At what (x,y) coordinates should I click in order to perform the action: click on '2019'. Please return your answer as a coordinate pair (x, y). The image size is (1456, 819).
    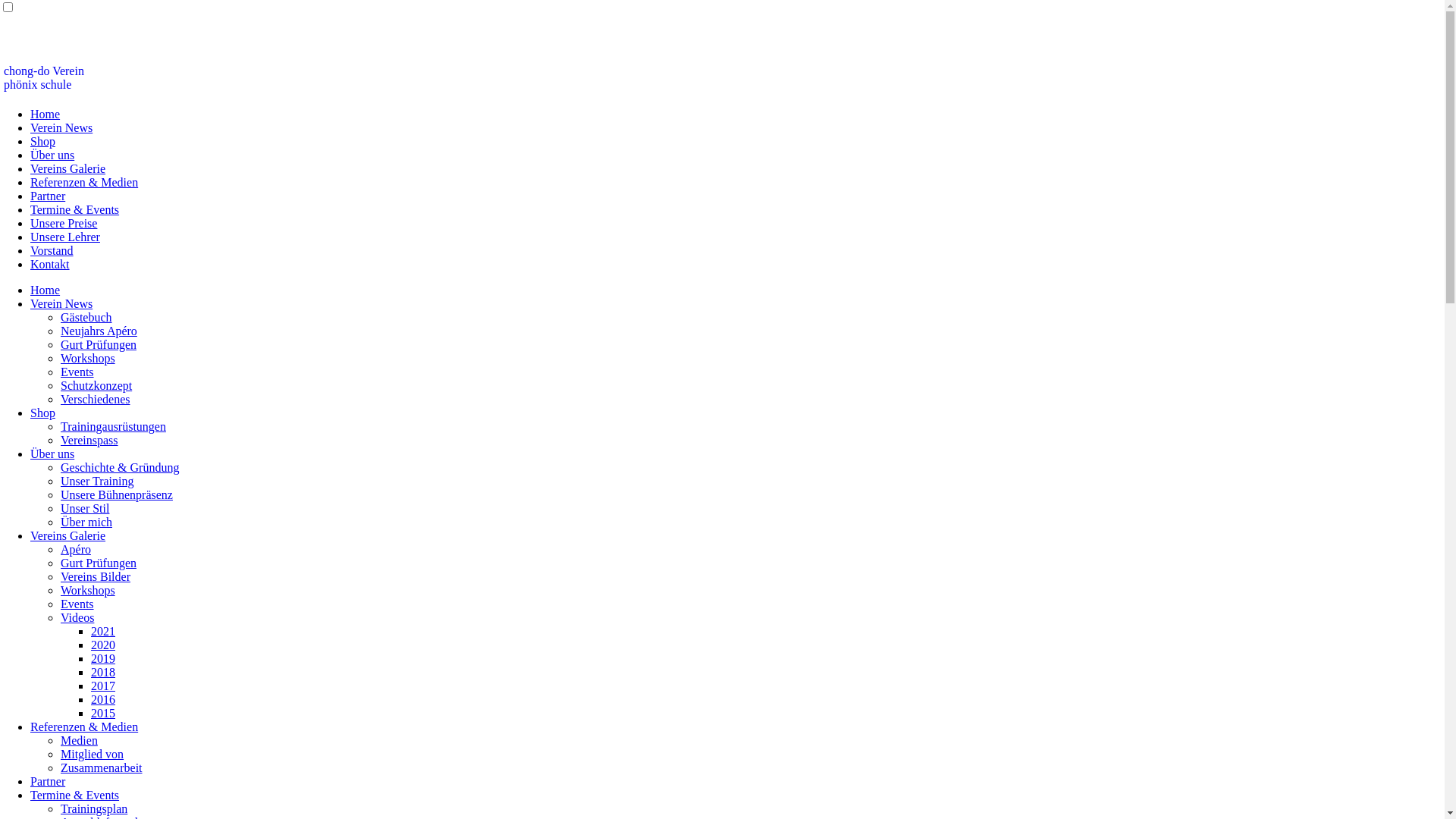
    Looking at the image, I should click on (90, 657).